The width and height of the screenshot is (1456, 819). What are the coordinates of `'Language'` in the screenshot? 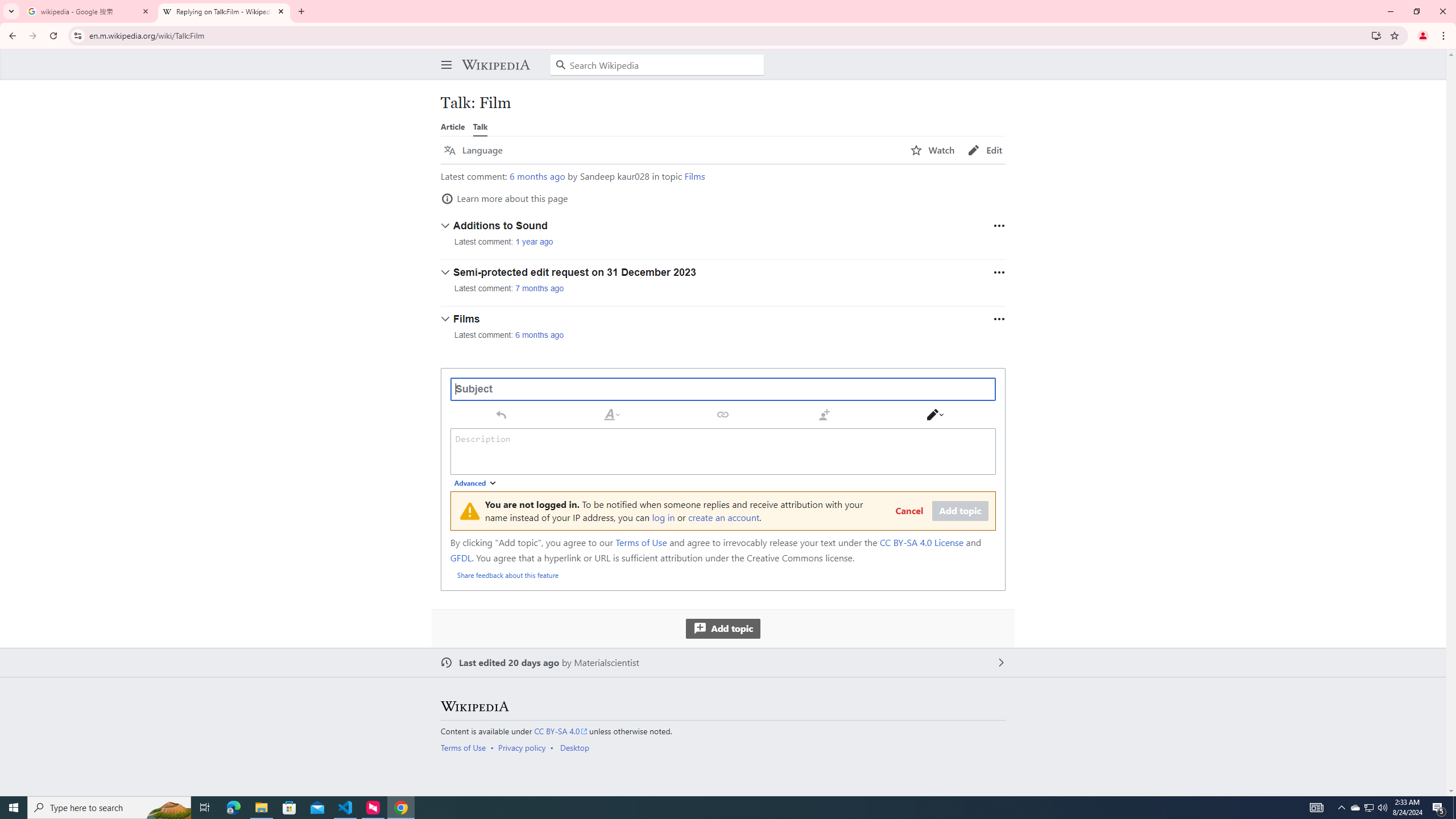 It's located at (473, 150).